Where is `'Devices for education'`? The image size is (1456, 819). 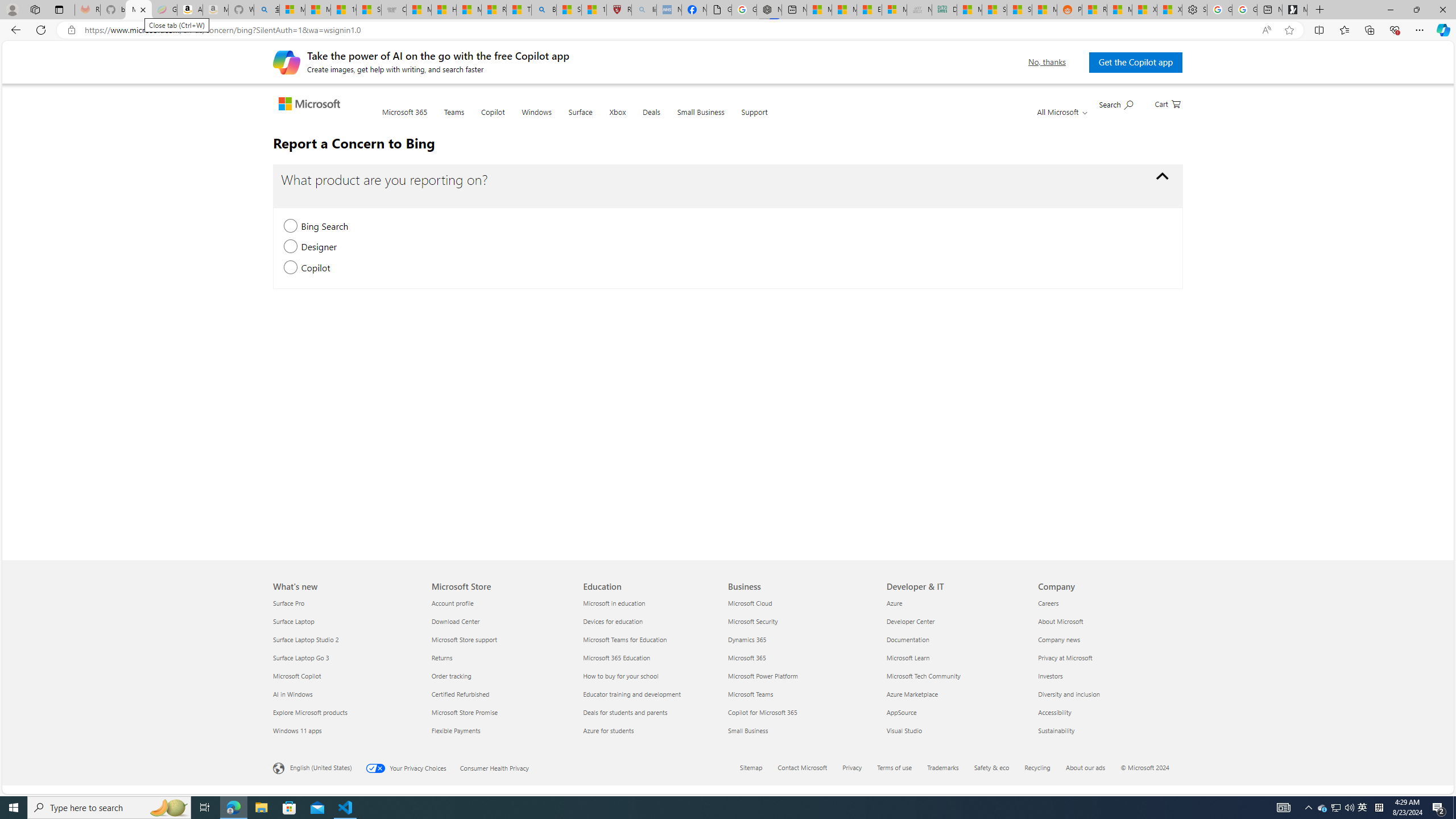 'Devices for education' is located at coordinates (651, 621).